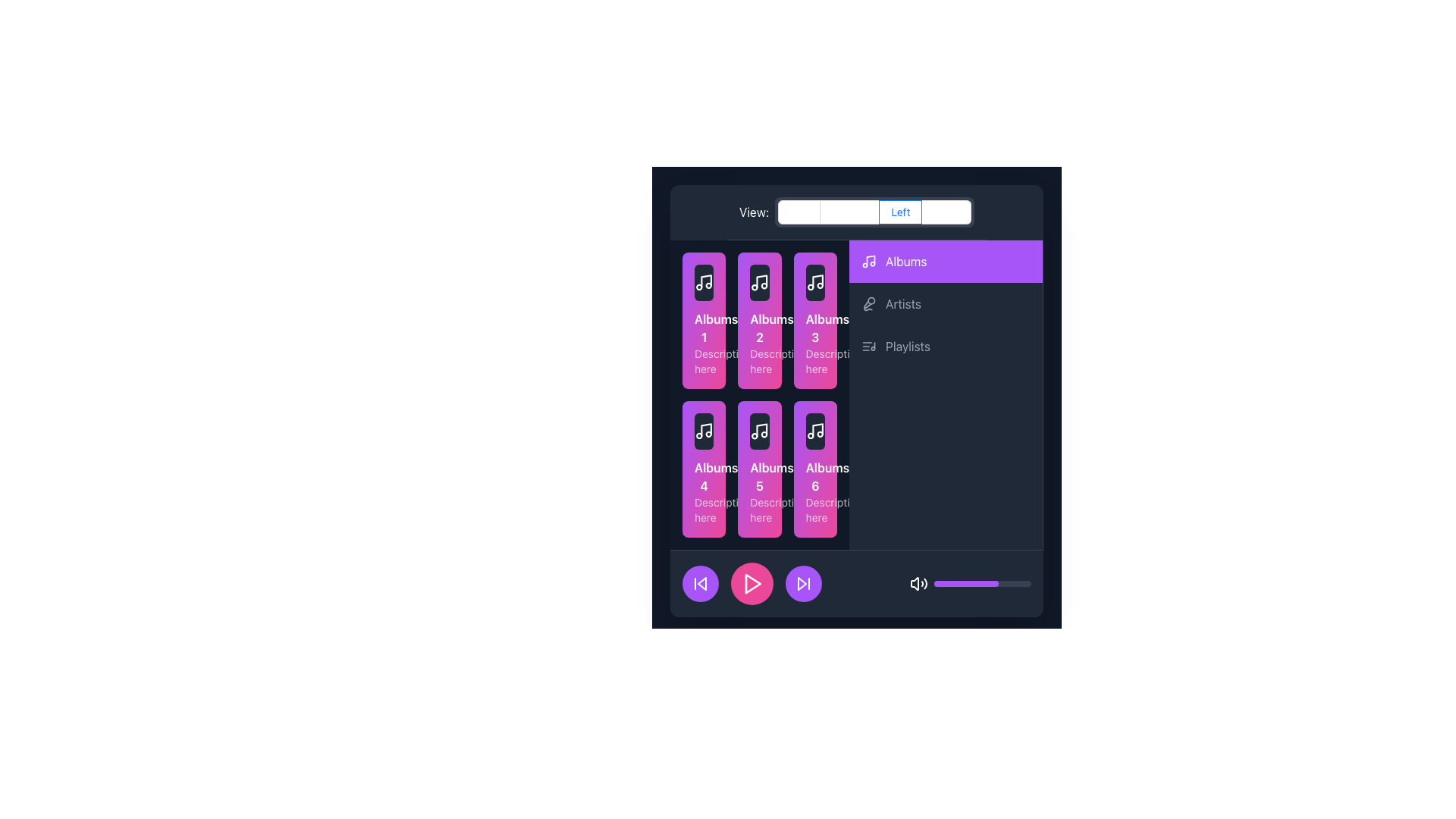 The image size is (1456, 819). I want to click on the second circular button with a pink background and a white 'Play' icon in its center to play media, so click(752, 583).